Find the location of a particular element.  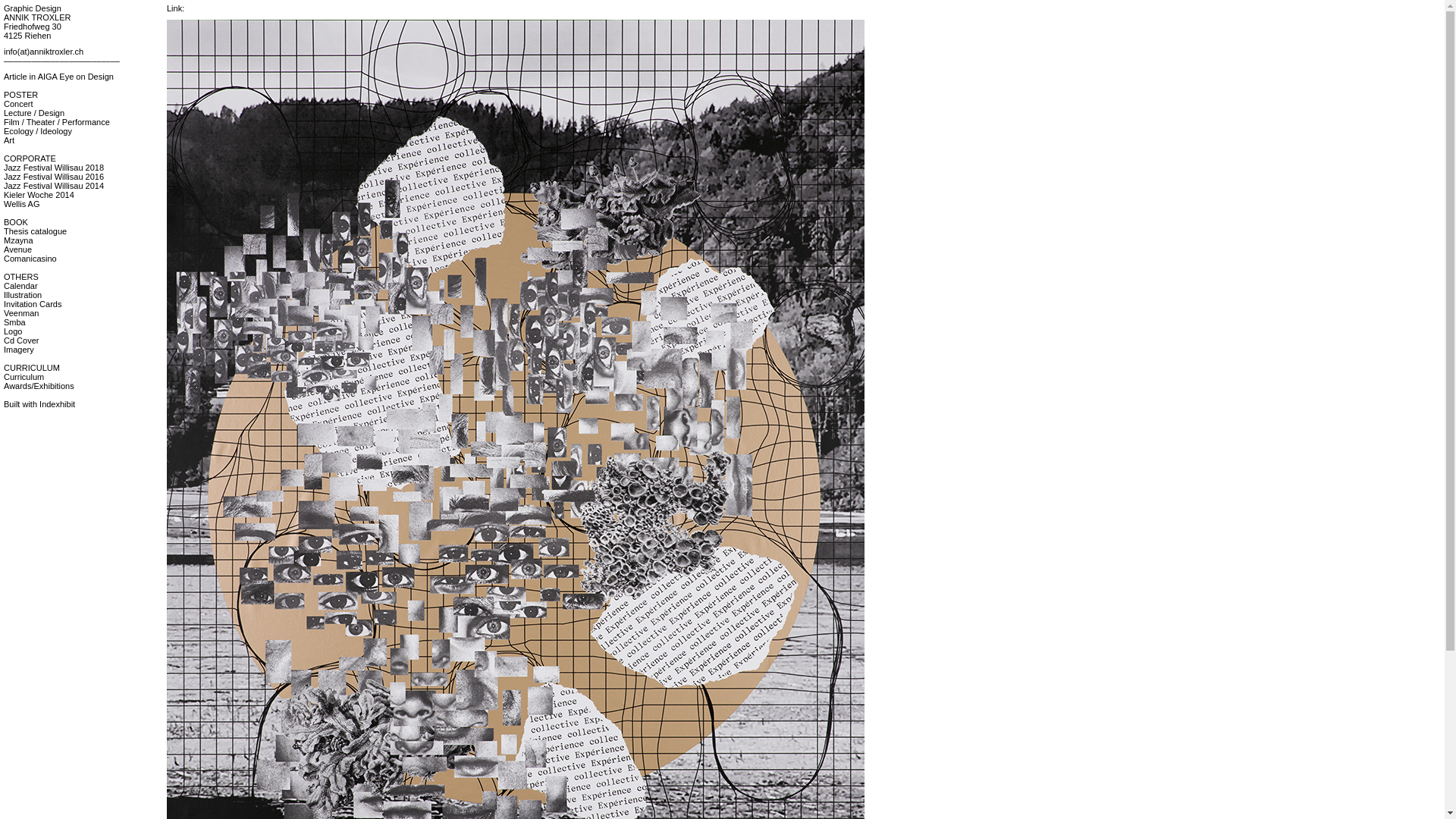

'info(at)anniktroxler.ch' is located at coordinates (3, 51).